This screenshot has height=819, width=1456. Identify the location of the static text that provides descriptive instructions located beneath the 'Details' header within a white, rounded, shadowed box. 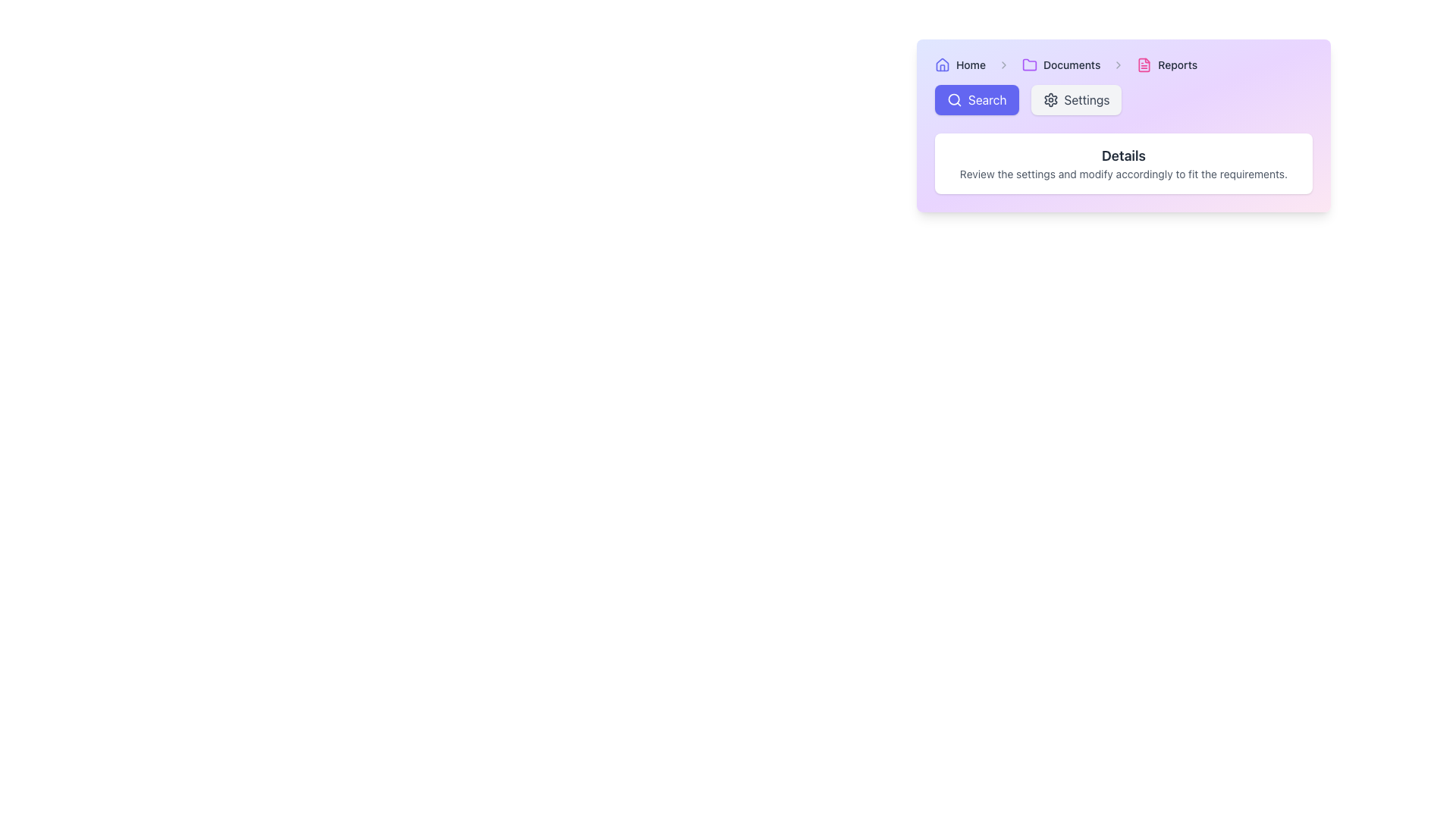
(1124, 174).